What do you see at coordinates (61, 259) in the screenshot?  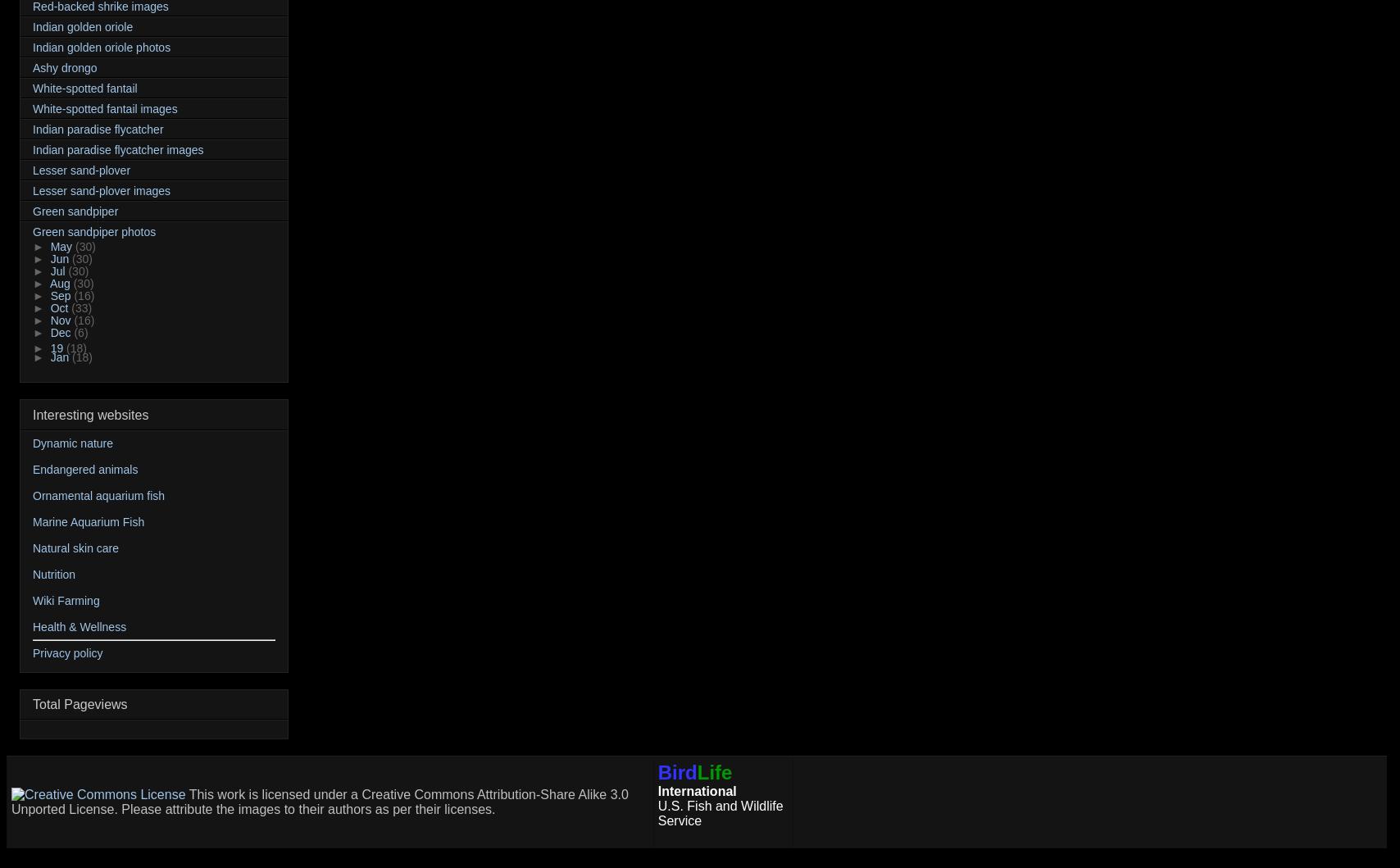 I see `'Jun'` at bounding box center [61, 259].